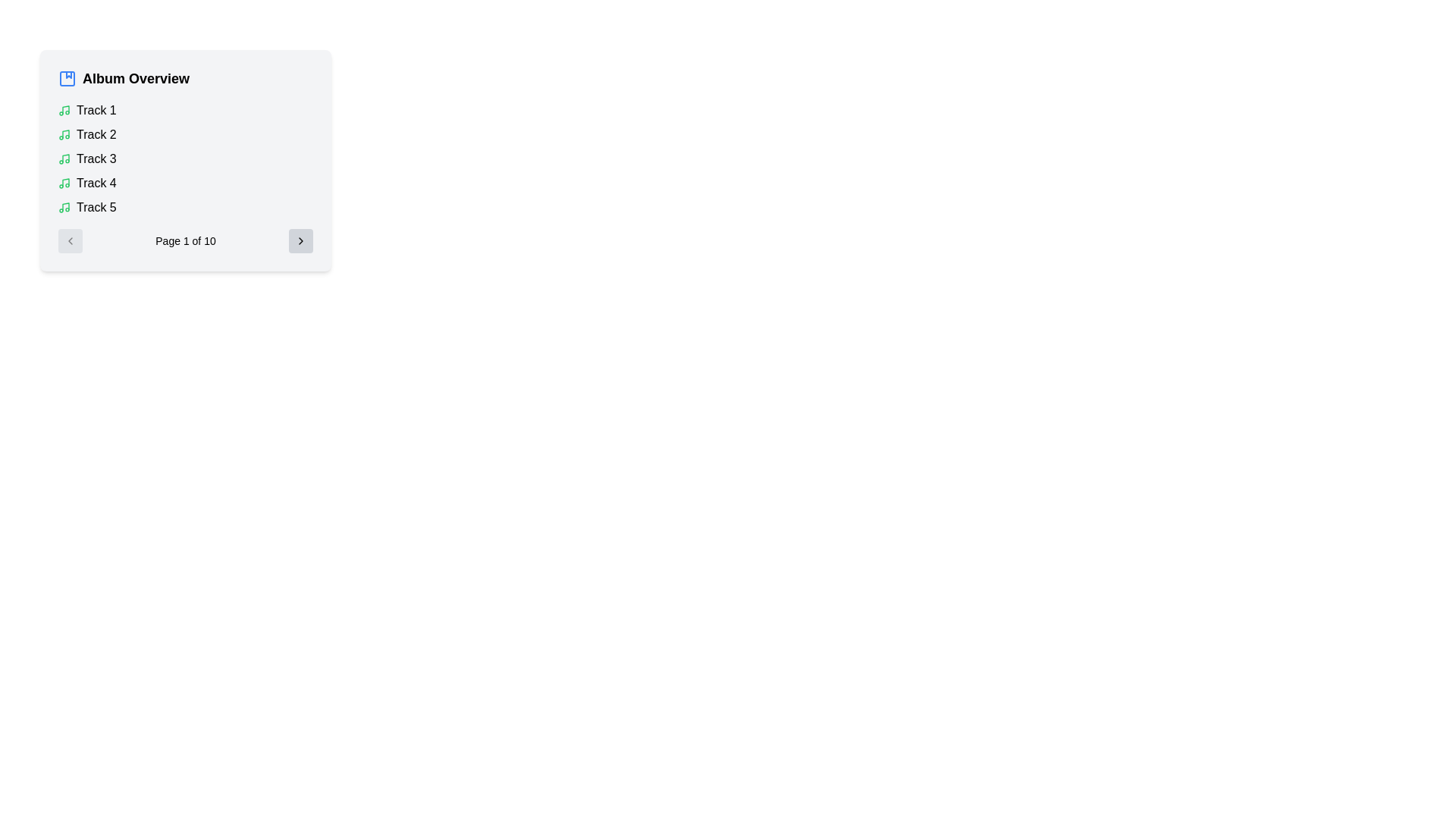 This screenshot has width=1456, height=819. I want to click on the 'next' button located in the bottom-right corner of the 'Album Overview' card, so click(301, 240).